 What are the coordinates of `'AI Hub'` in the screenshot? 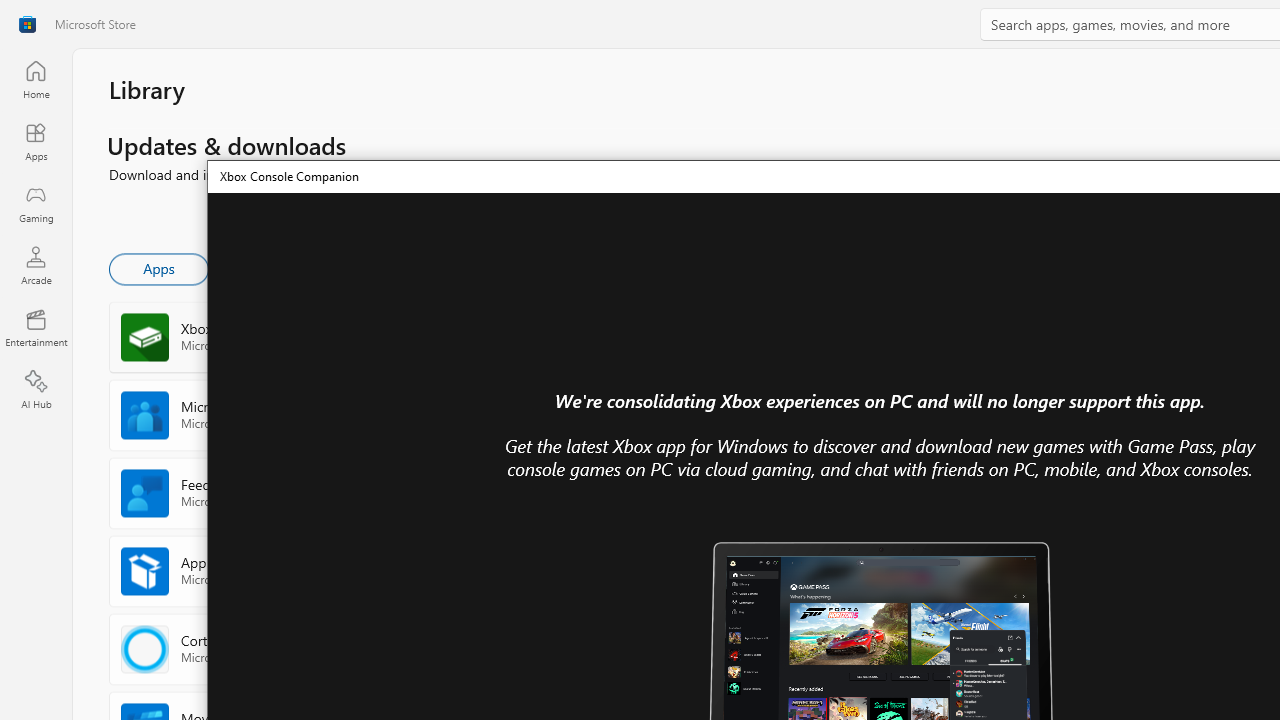 It's located at (35, 390).